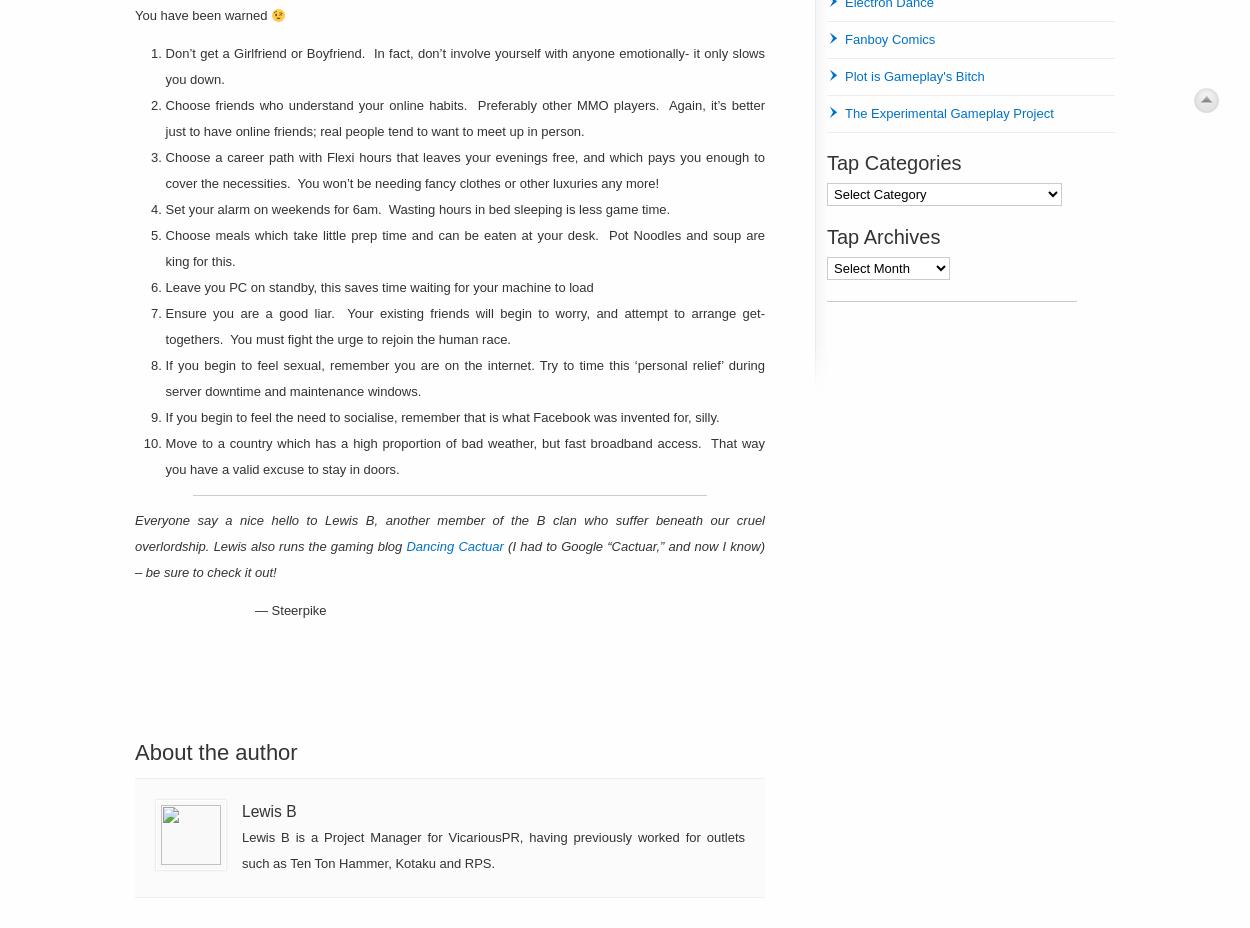 The width and height of the screenshot is (1250, 928). I want to click on 'Move to a country which has a high proportion of bad weather, but fast broadband access.  That way you have a valid excuse to stay in doors.', so click(464, 456).